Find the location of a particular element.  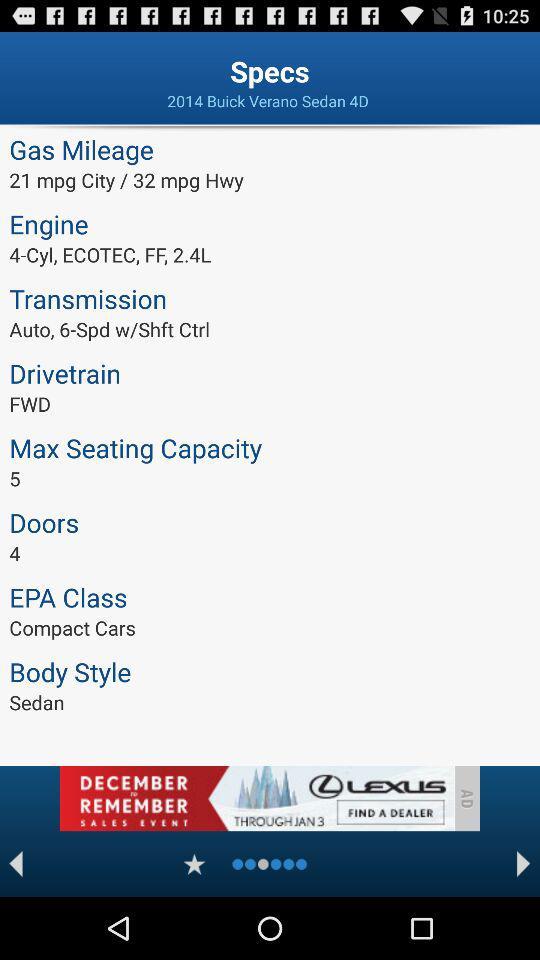

rate is located at coordinates (194, 863).